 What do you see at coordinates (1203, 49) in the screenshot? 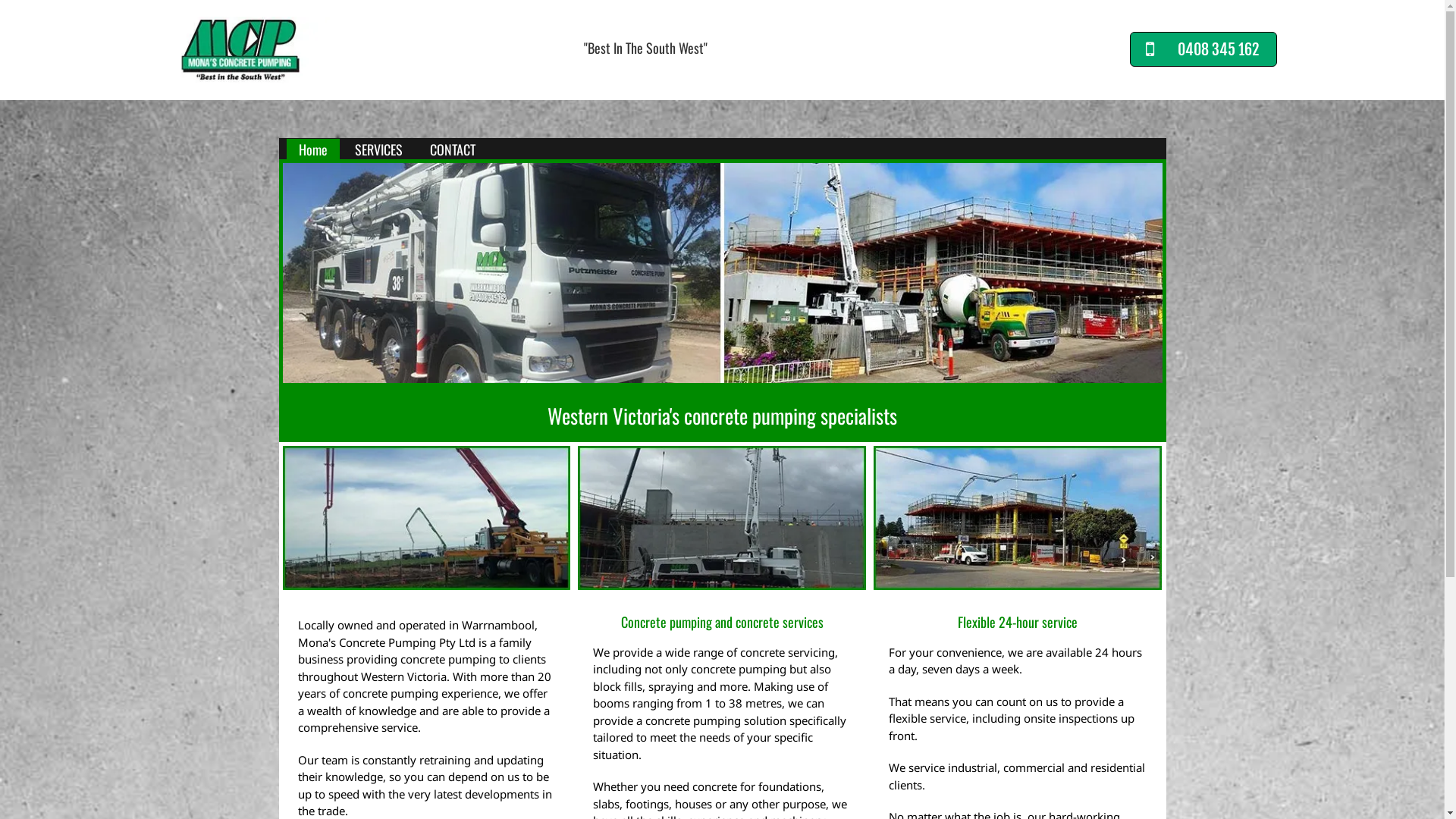
I see `'0408 345 162'` at bounding box center [1203, 49].